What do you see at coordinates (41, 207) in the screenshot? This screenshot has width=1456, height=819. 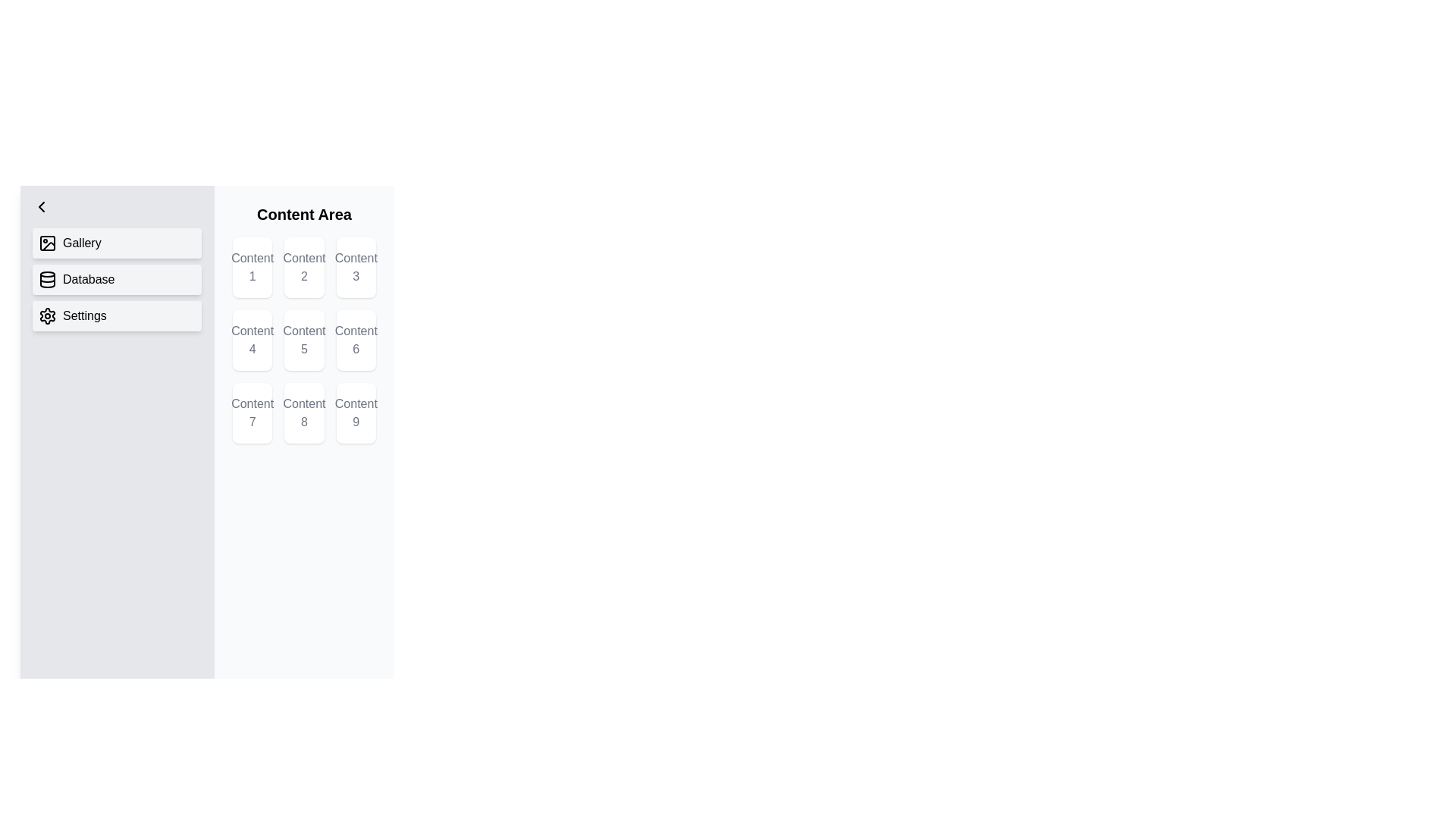 I see `the 'Menu' button located at the top-left section of the interface` at bounding box center [41, 207].